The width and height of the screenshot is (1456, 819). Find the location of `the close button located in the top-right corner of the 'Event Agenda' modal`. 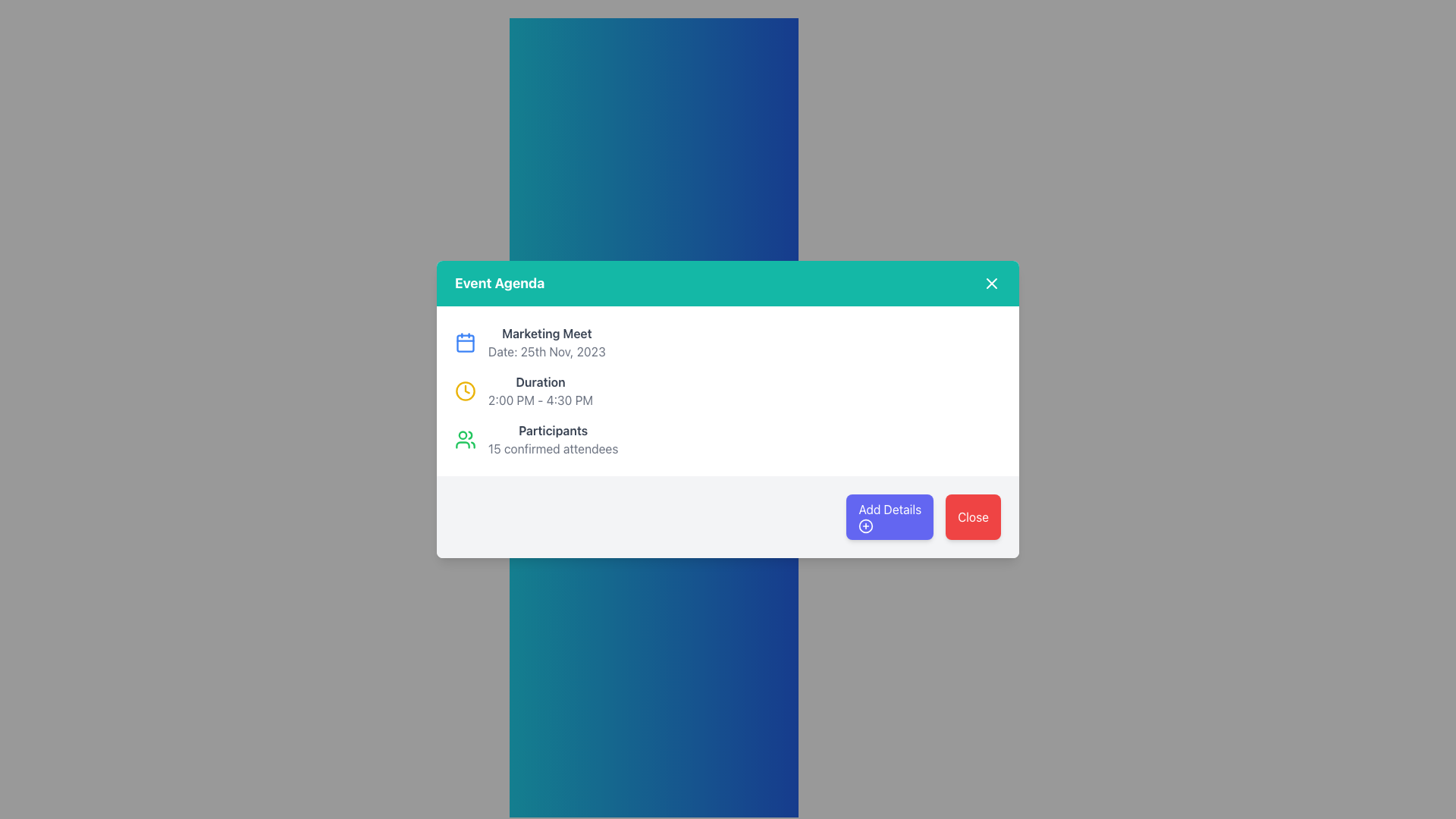

the close button located in the top-right corner of the 'Event Agenda' modal is located at coordinates (992, 284).